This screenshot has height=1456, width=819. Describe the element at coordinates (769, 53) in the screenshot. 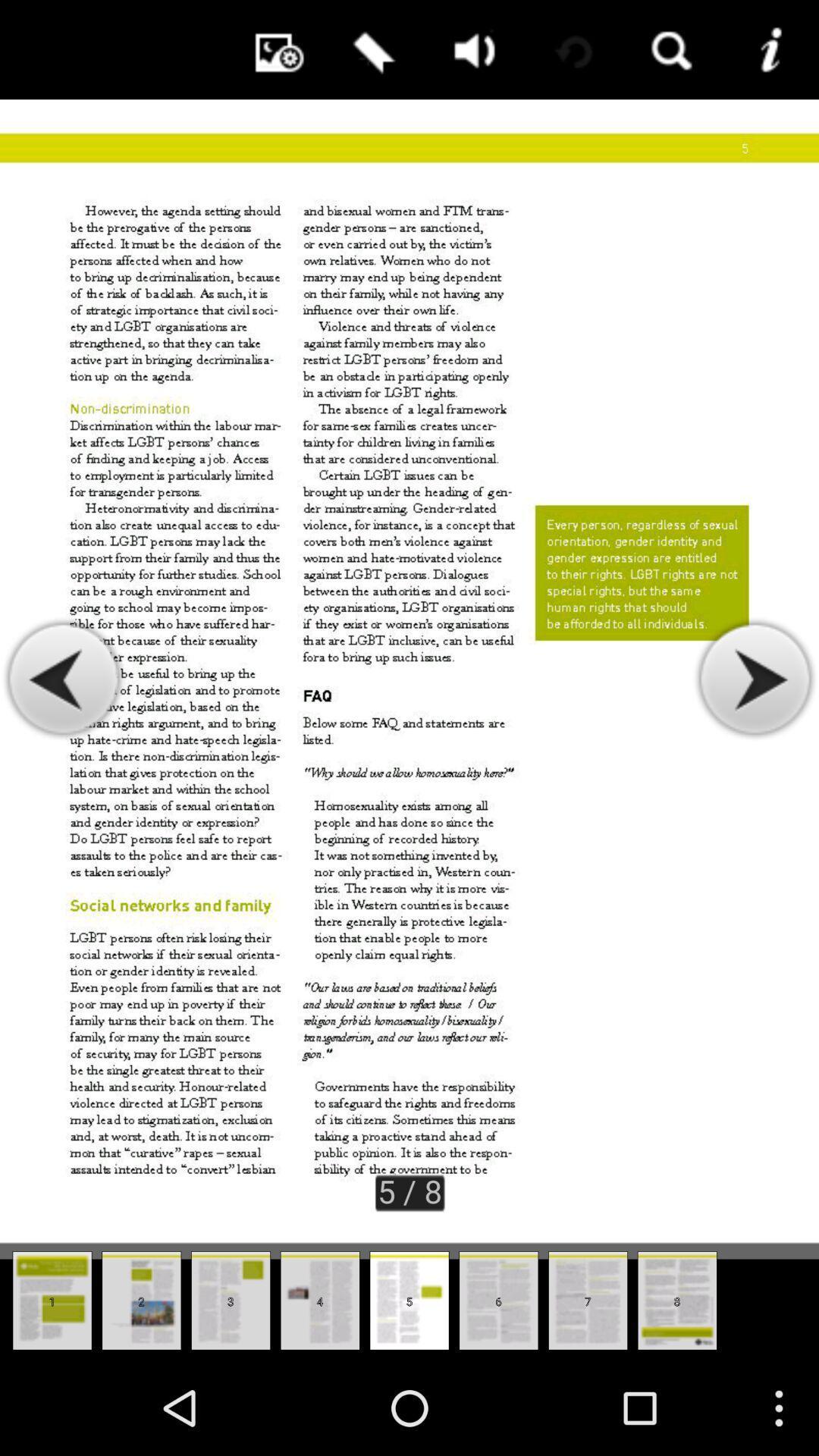

I see `the info icon` at that location.